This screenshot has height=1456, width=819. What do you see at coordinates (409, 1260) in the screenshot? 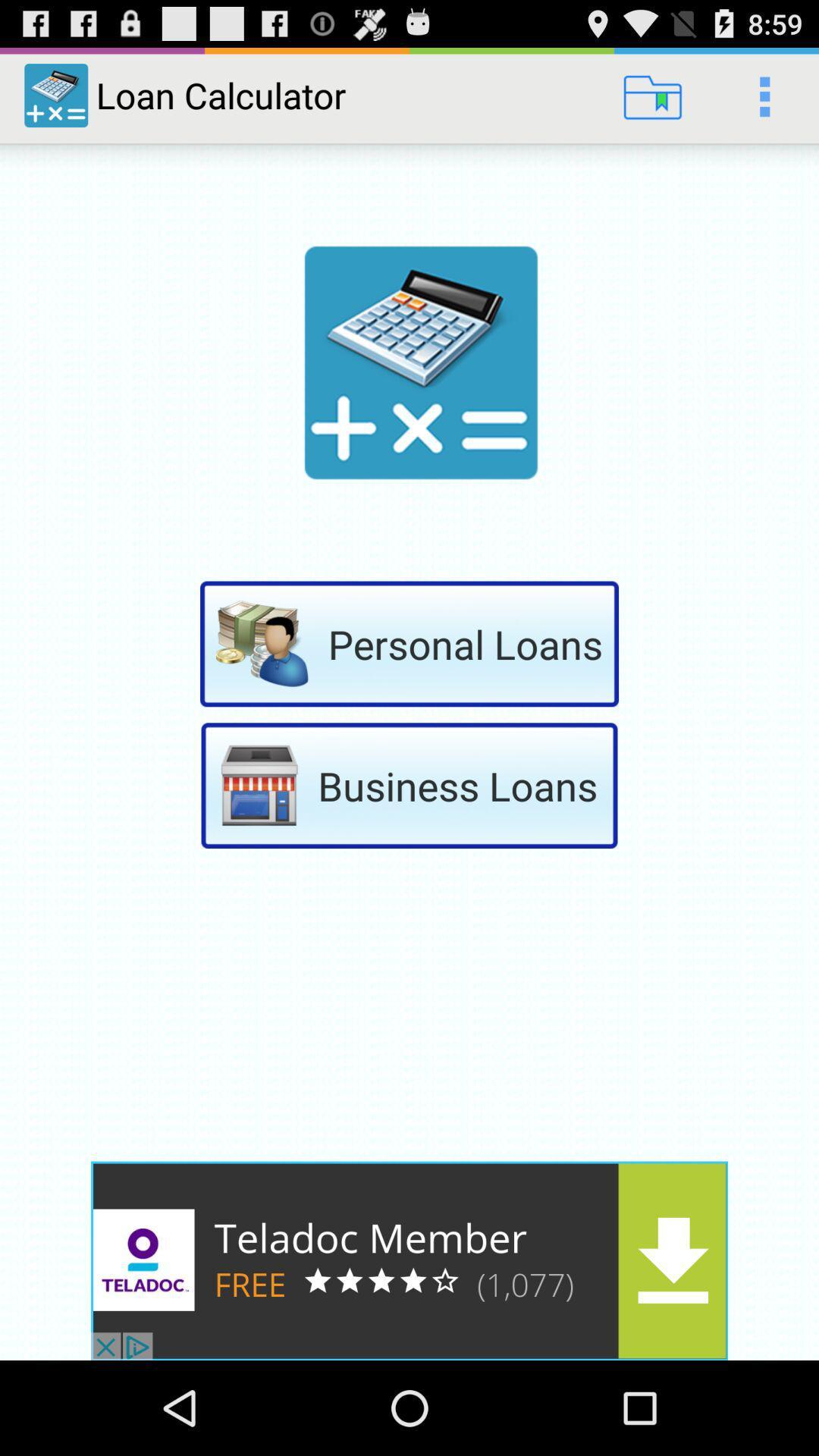
I see `advertisement bar` at bounding box center [409, 1260].